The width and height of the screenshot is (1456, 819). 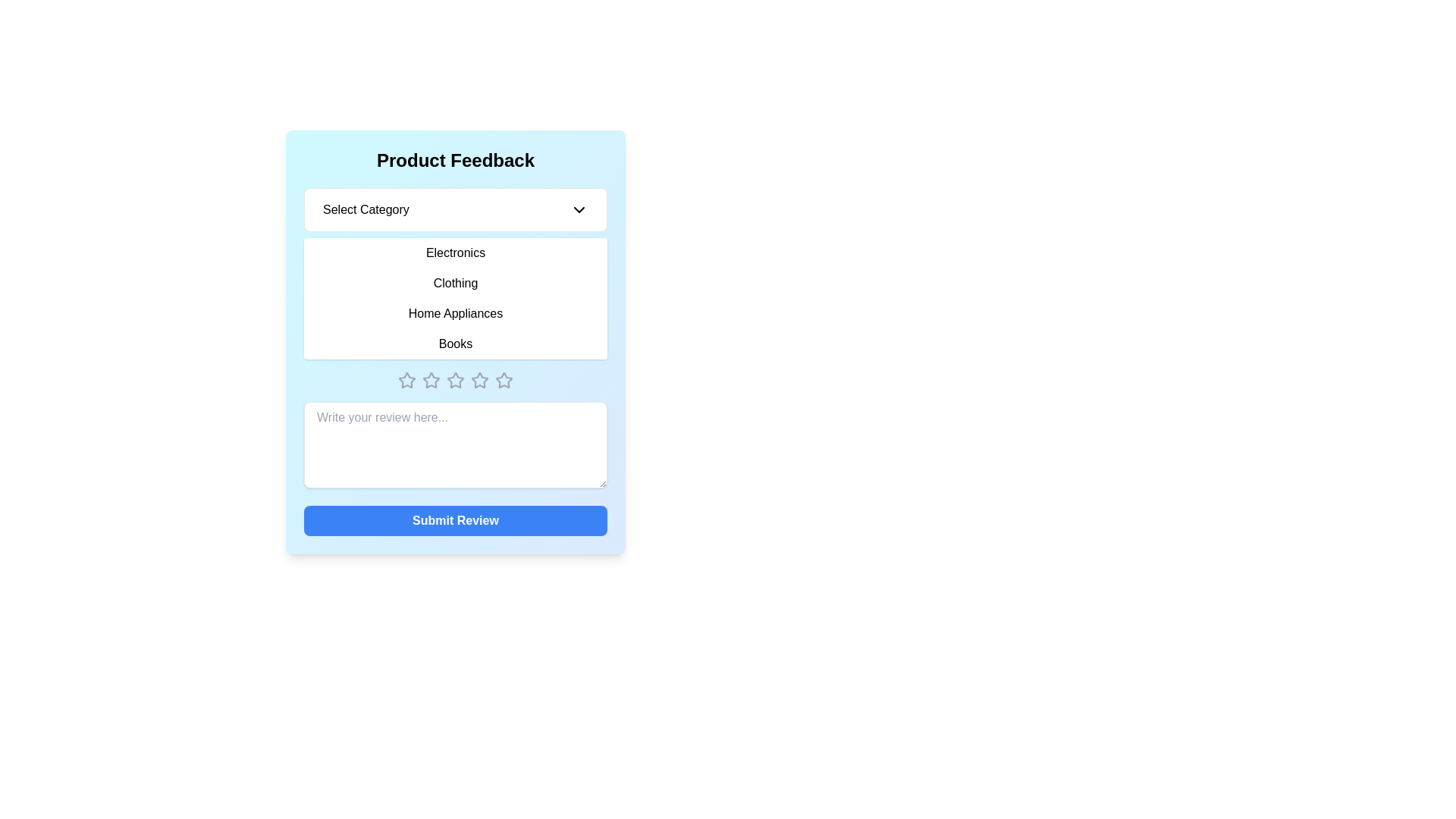 What do you see at coordinates (479, 379) in the screenshot?
I see `the third star in the series of five stars` at bounding box center [479, 379].